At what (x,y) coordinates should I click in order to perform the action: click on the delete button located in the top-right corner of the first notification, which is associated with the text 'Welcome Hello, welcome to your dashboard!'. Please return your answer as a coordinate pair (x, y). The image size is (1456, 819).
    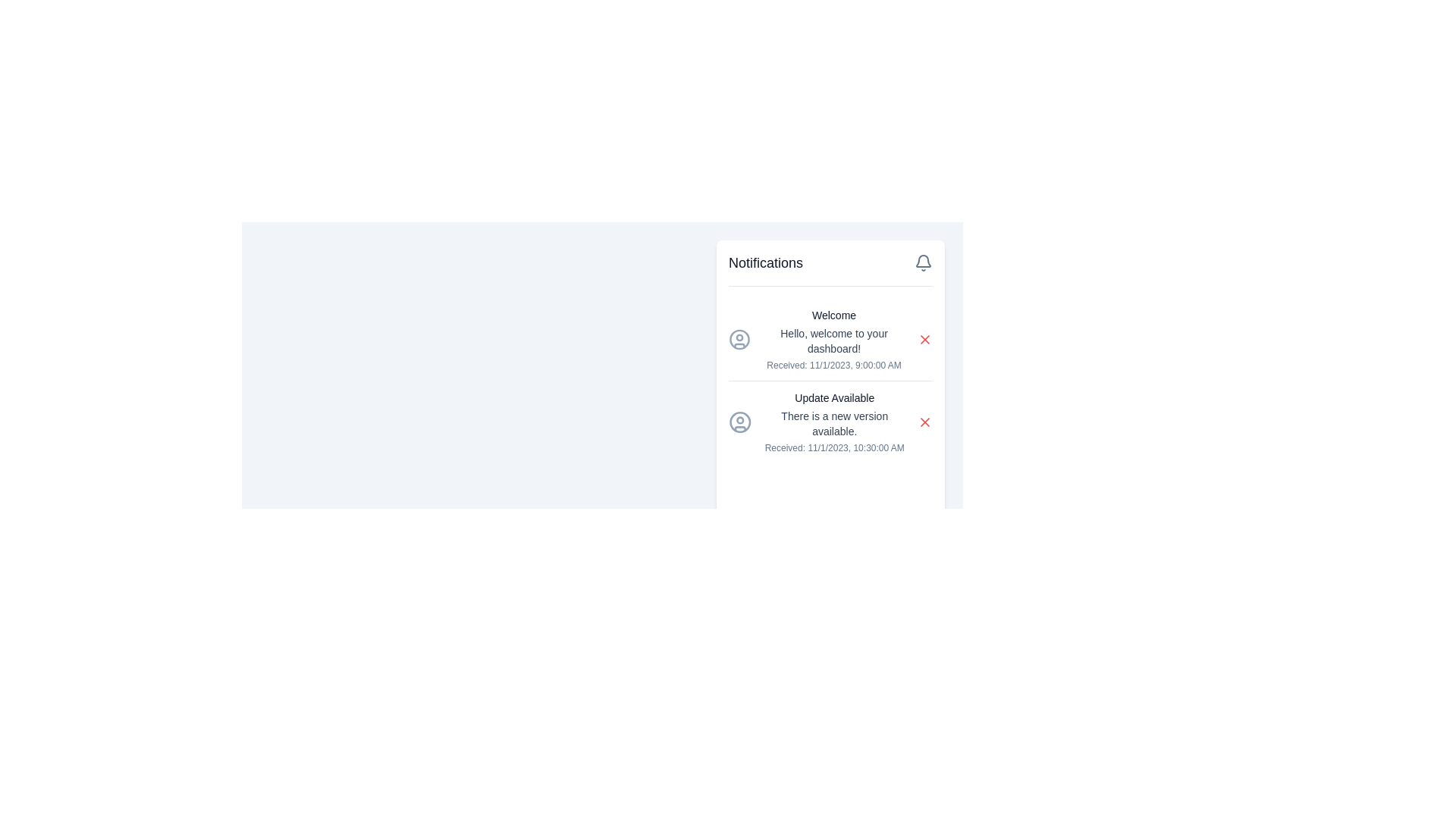
    Looking at the image, I should click on (924, 338).